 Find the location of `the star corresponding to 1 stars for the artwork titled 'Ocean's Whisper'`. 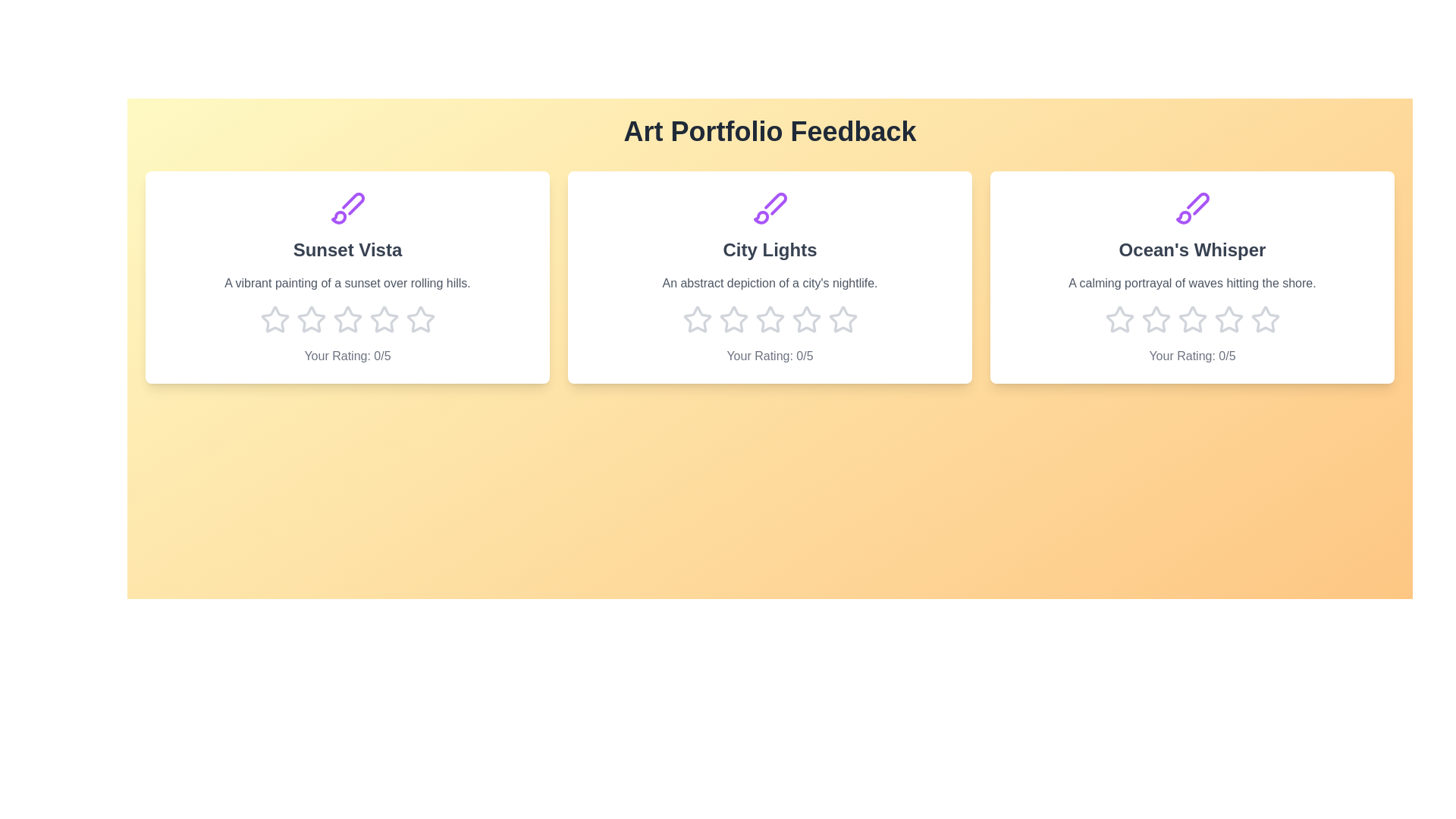

the star corresponding to 1 stars for the artwork titled 'Ocean's Whisper' is located at coordinates (1119, 318).